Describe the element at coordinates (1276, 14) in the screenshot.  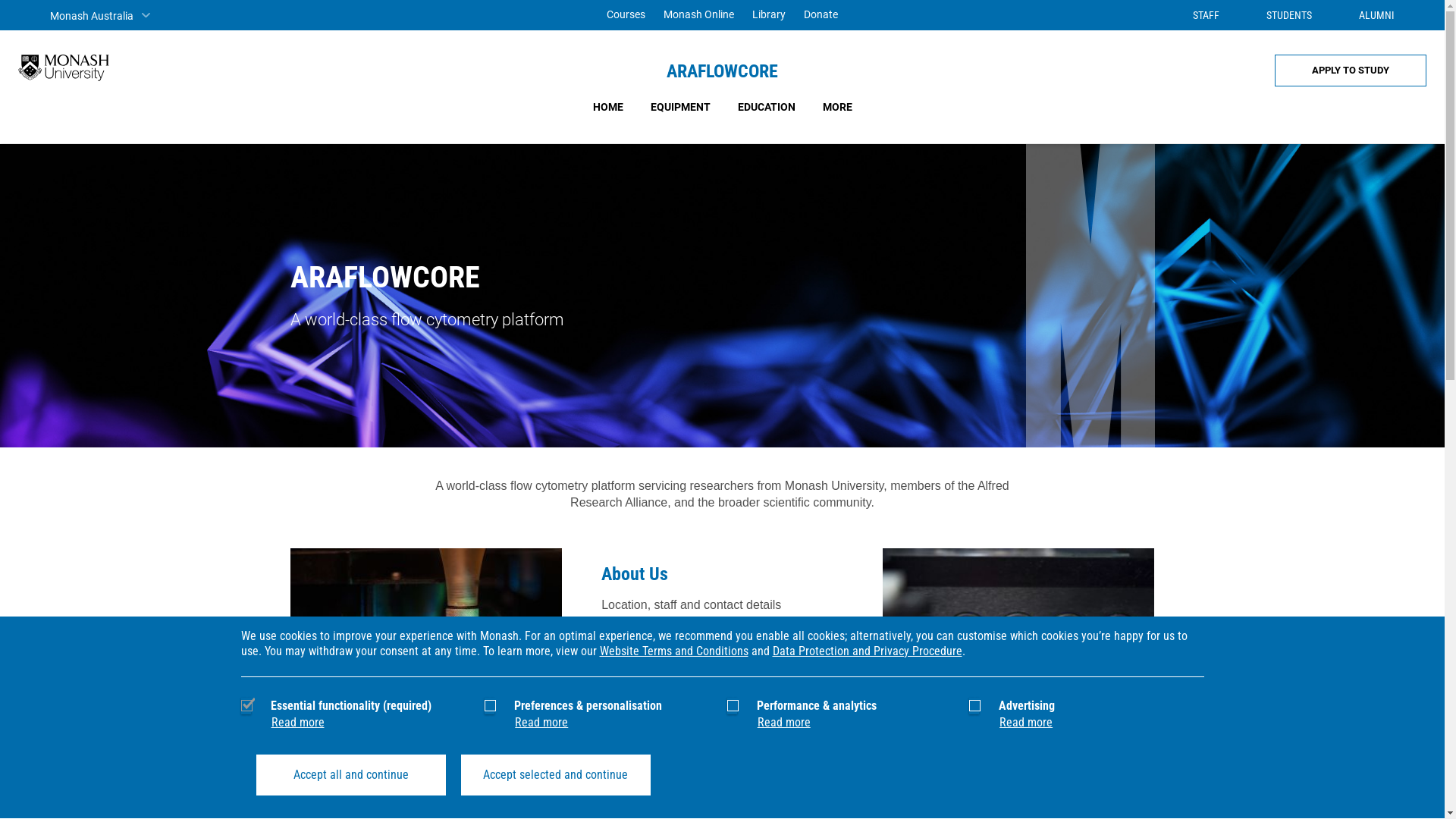
I see `'STUDENTS'` at that location.